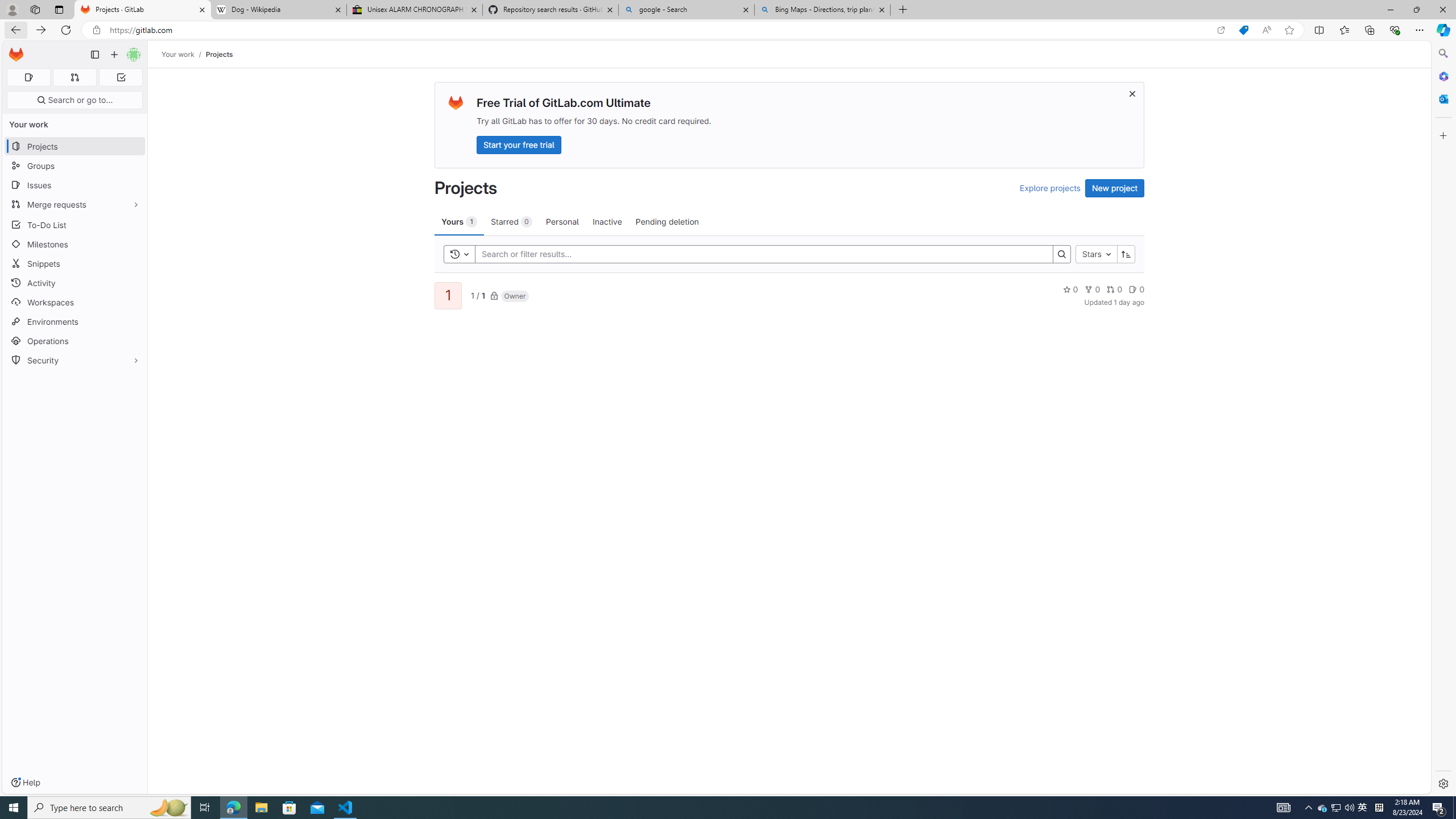 The image size is (1456, 819). I want to click on 'Security', so click(74, 359).